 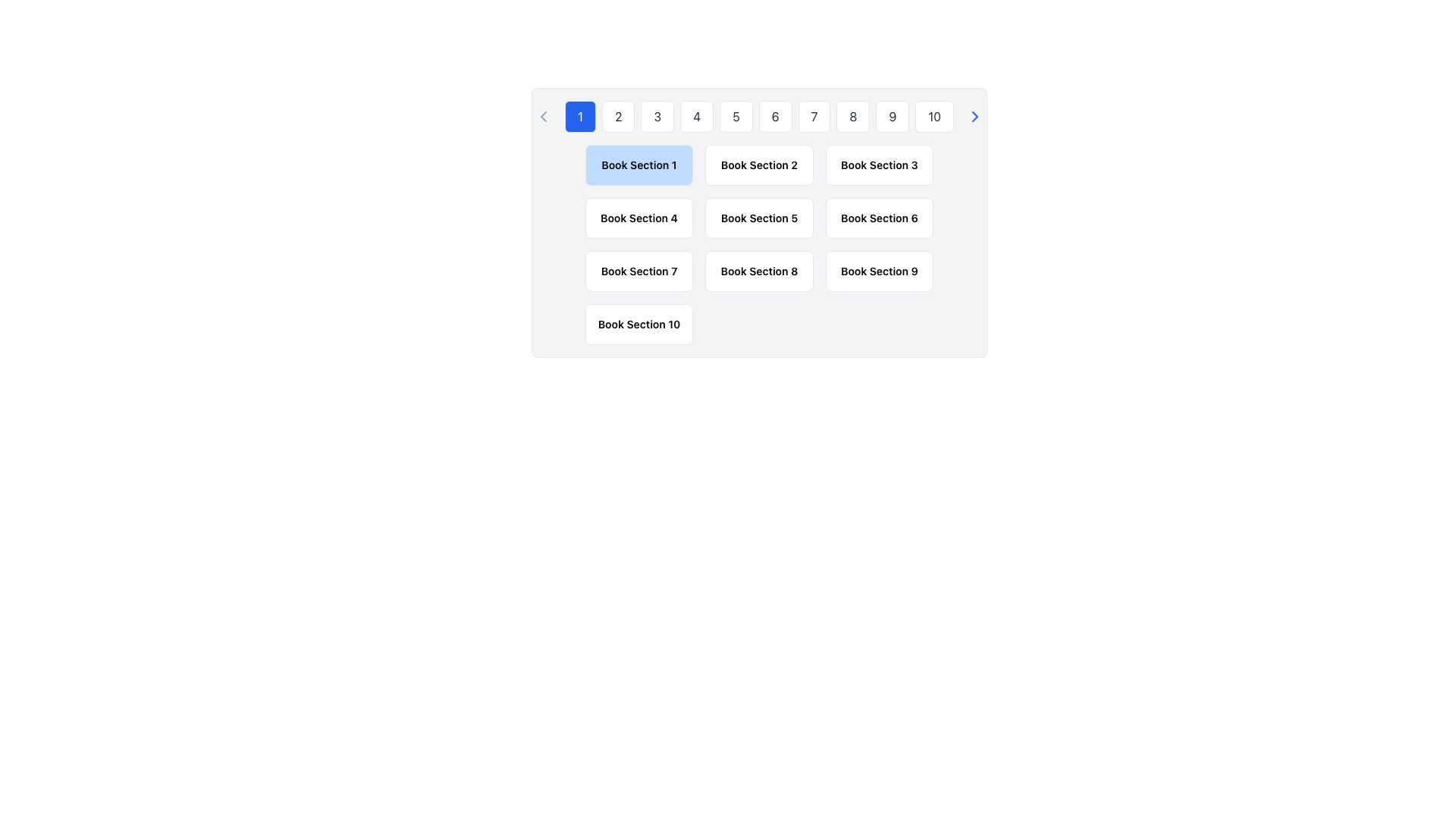 I want to click on the 'Book Section 5' button, which is a rectangular box with a white background and a central text alignment, so click(x=759, y=222).